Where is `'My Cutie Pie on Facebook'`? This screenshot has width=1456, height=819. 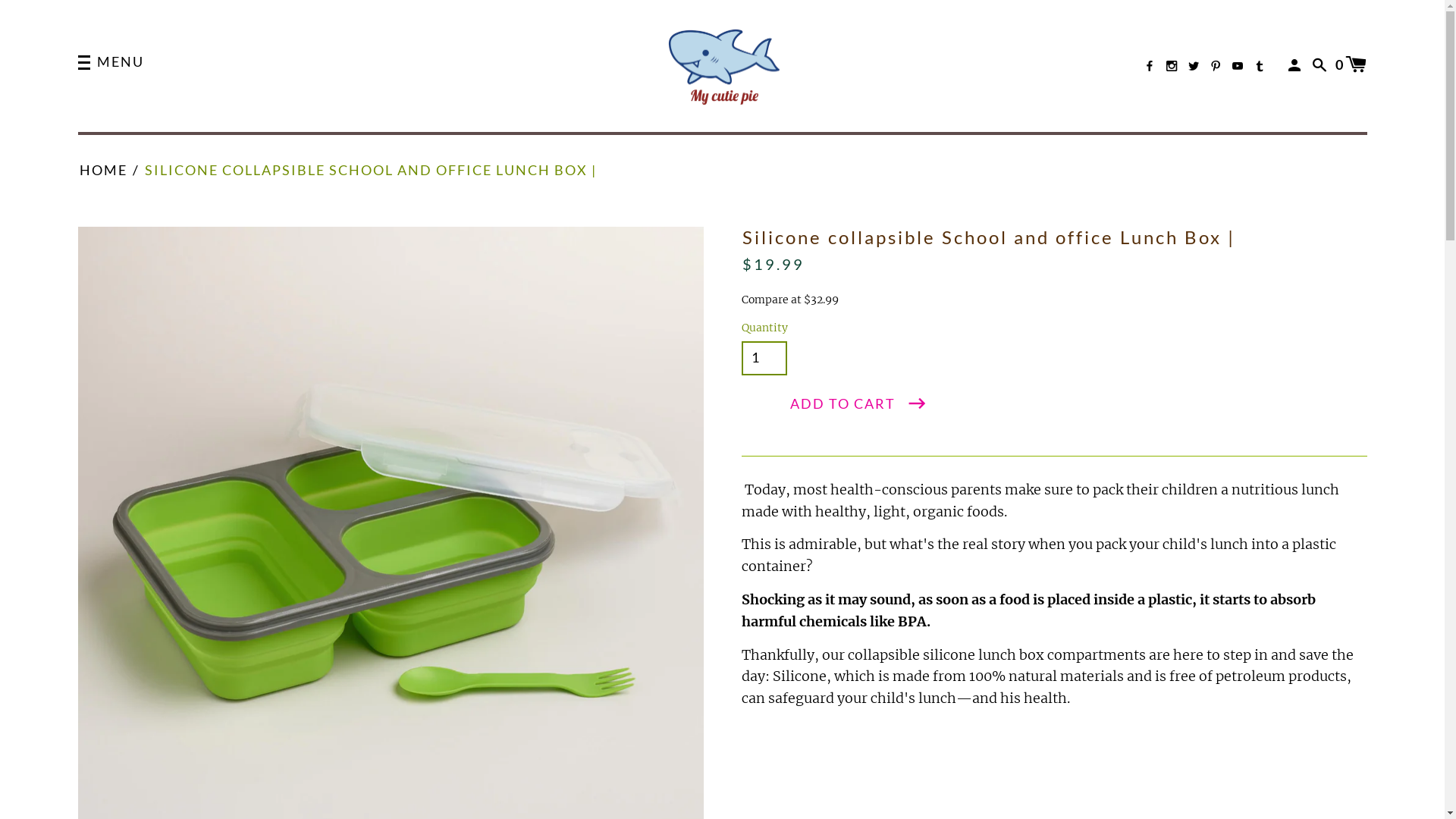
'My Cutie Pie on Facebook' is located at coordinates (1150, 65).